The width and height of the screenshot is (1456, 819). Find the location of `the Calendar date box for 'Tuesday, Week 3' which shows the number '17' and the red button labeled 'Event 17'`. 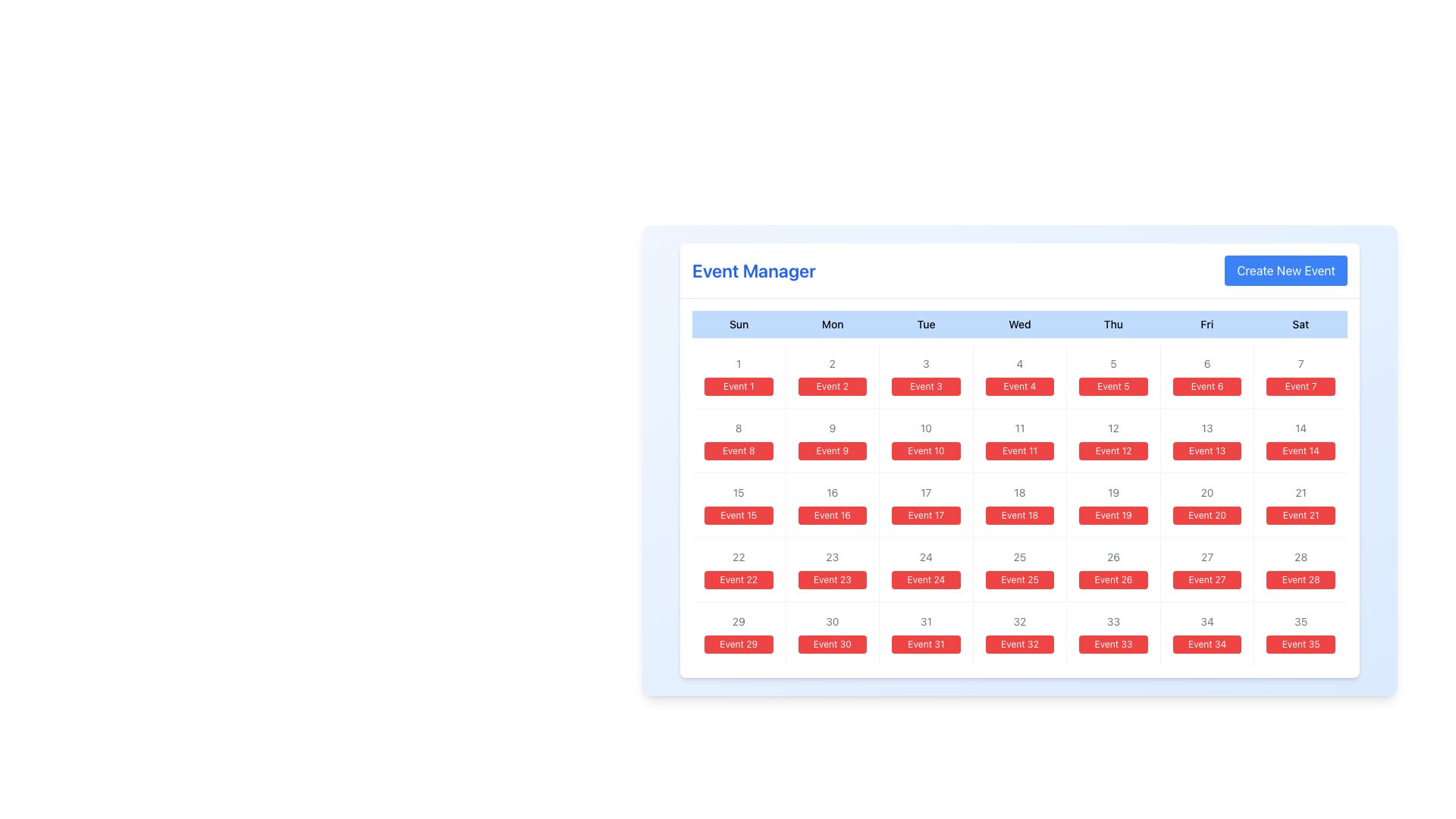

the Calendar date box for 'Tuesday, Week 3' which shows the number '17' and the red button labeled 'Event 17' is located at coordinates (925, 505).